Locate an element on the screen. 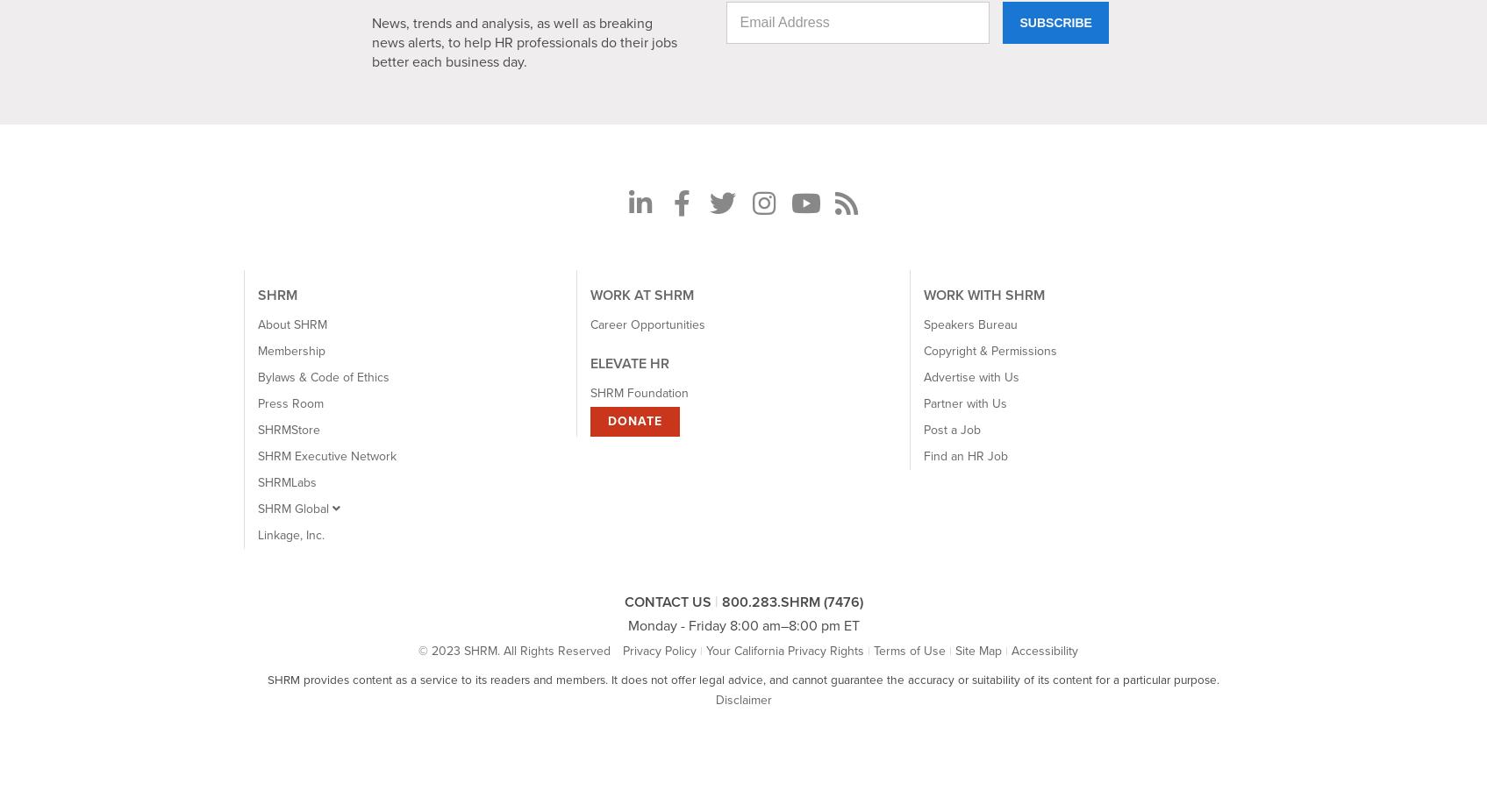 The height and width of the screenshot is (812, 1487). 'Disclaimer' is located at coordinates (714, 699).